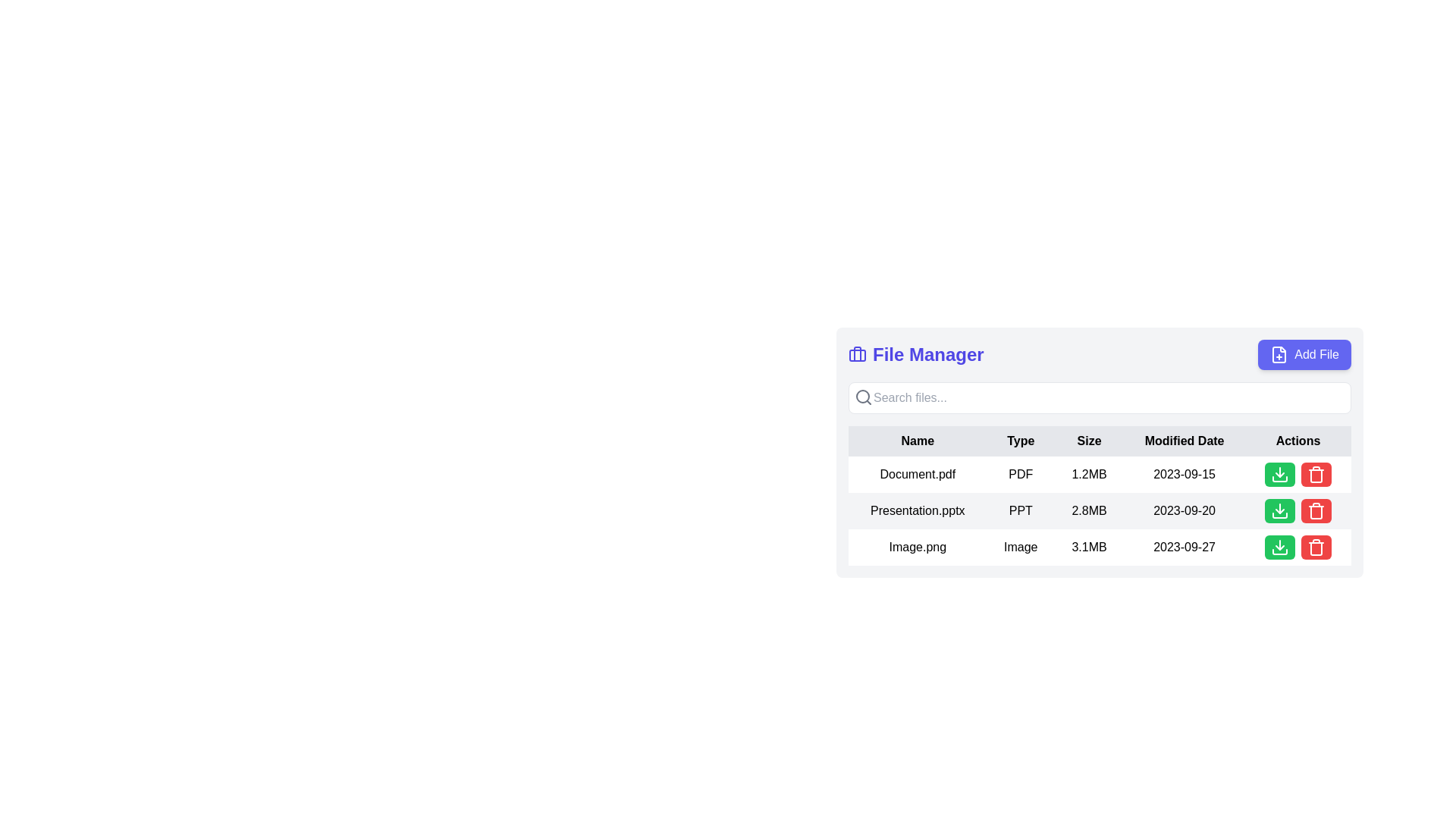 The height and width of the screenshot is (819, 1456). What do you see at coordinates (1298, 511) in the screenshot?
I see `the delete button for the file 'Presentation.pptx' located` at bounding box center [1298, 511].